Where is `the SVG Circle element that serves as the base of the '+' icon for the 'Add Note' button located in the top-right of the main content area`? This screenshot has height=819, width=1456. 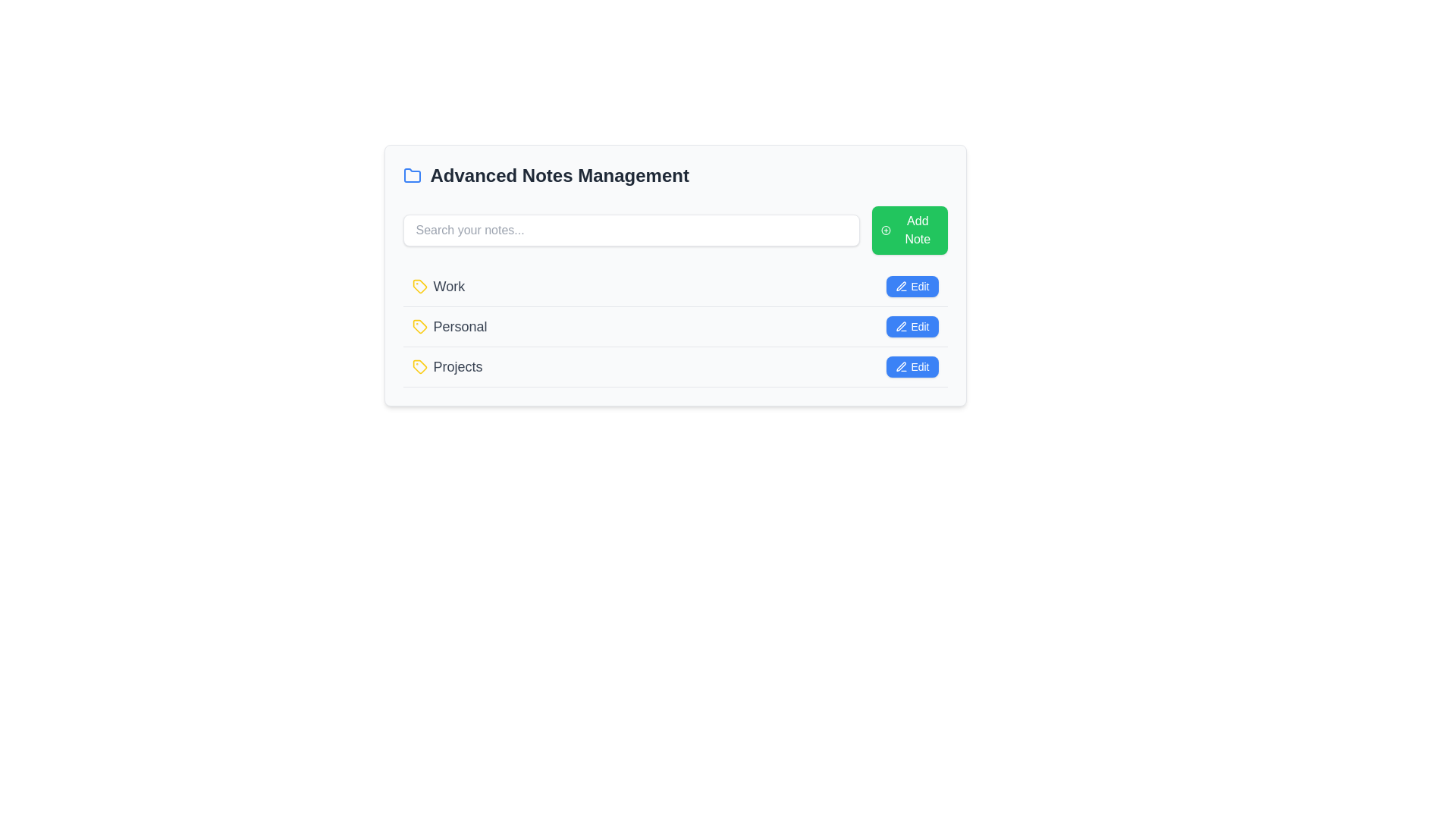
the SVG Circle element that serves as the base of the '+' icon for the 'Add Note' button located in the top-right of the main content area is located at coordinates (886, 231).